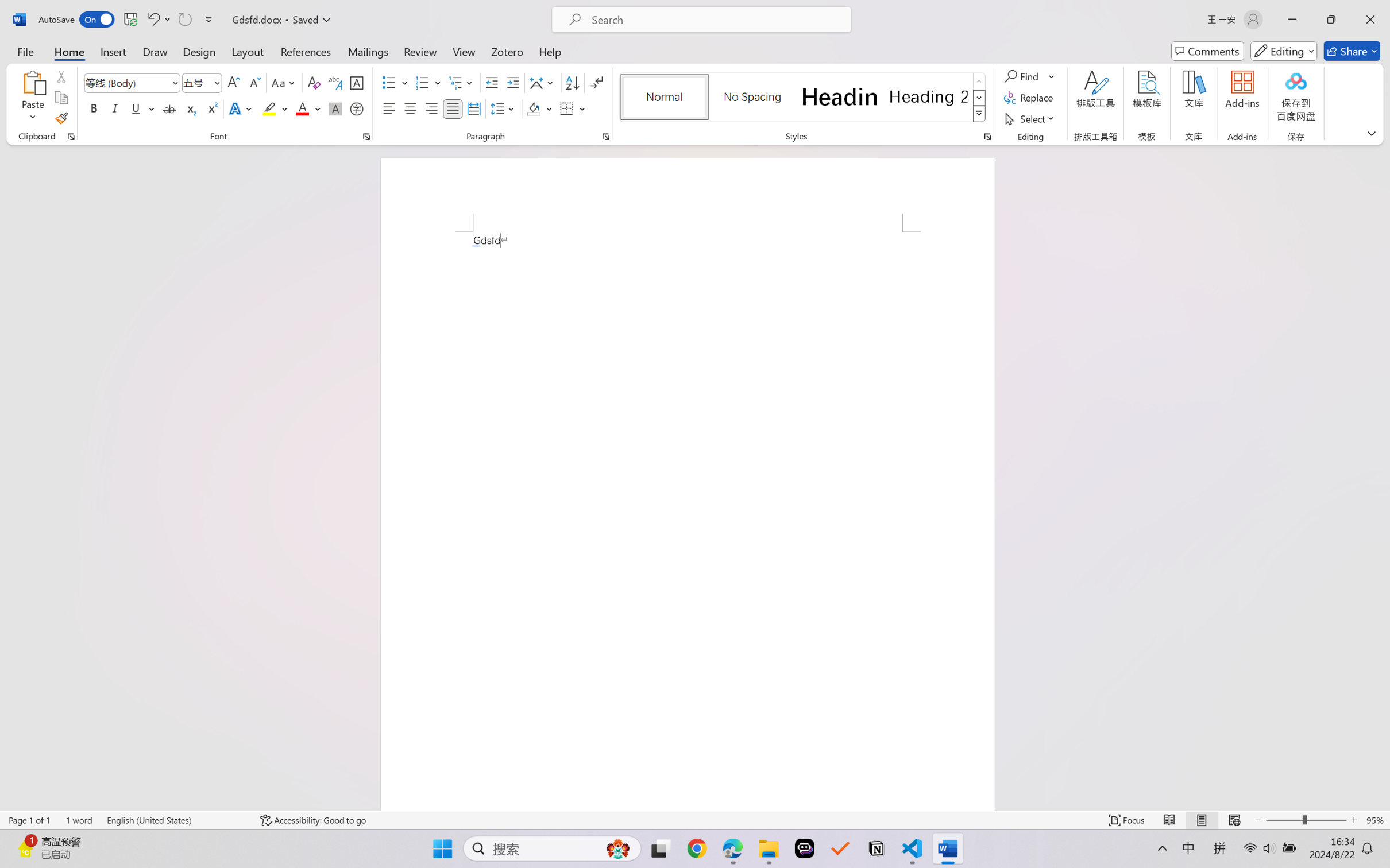 Image resolution: width=1390 pixels, height=868 pixels. What do you see at coordinates (978, 114) in the screenshot?
I see `'Styles'` at bounding box center [978, 114].